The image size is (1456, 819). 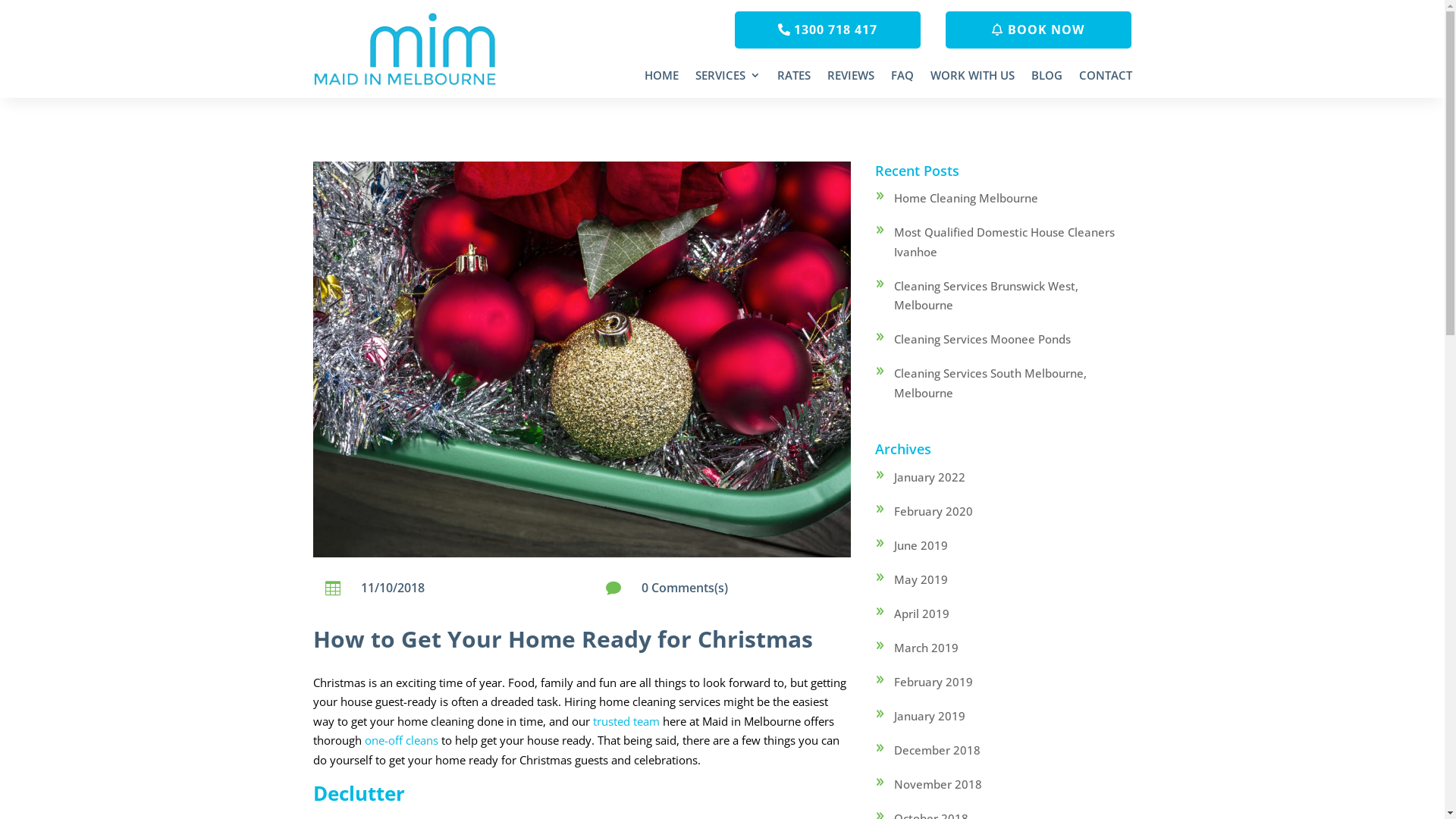 I want to click on 'January 2022', so click(x=928, y=475).